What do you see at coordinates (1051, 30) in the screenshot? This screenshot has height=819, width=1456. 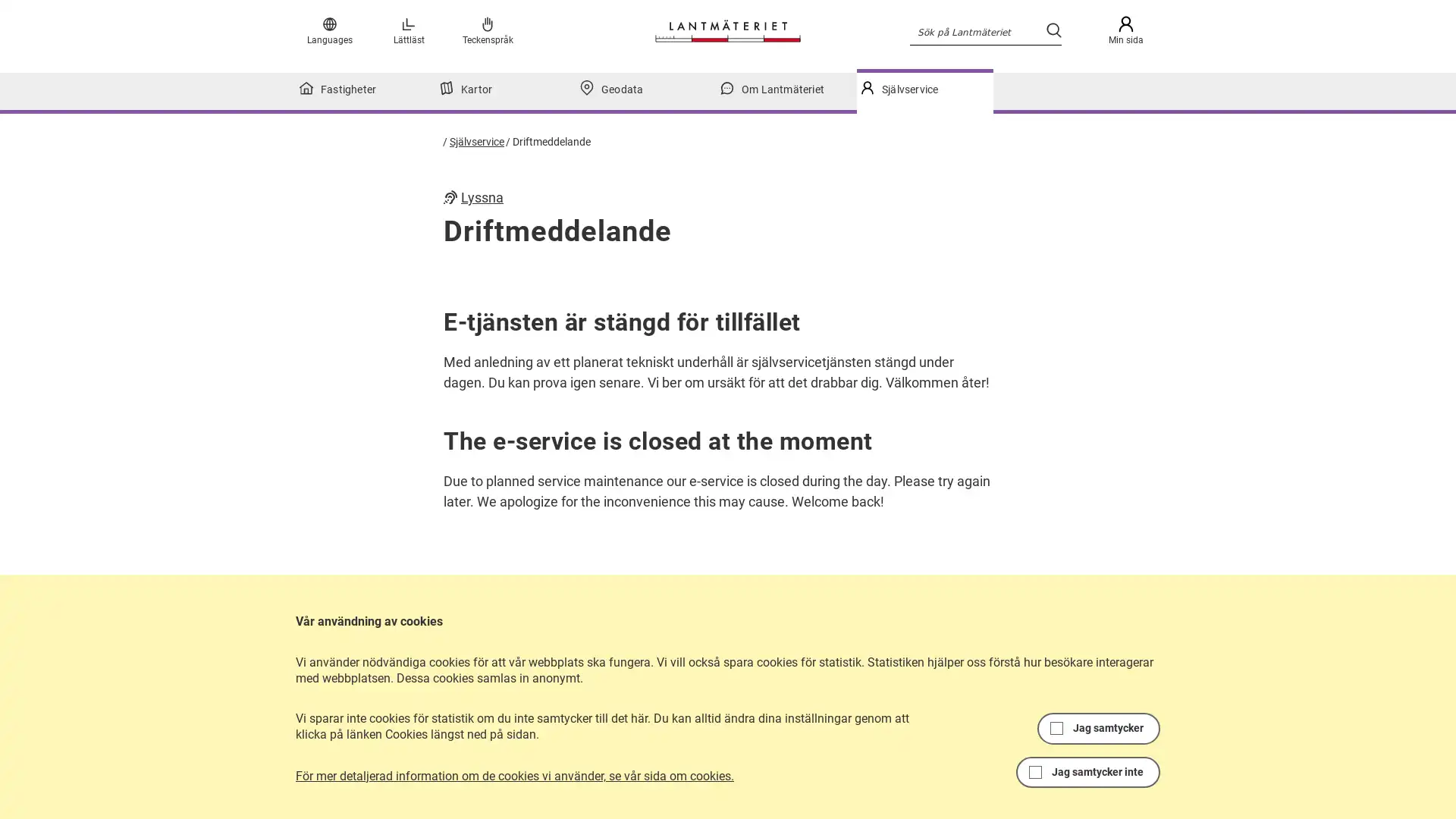 I see `Sok` at bounding box center [1051, 30].